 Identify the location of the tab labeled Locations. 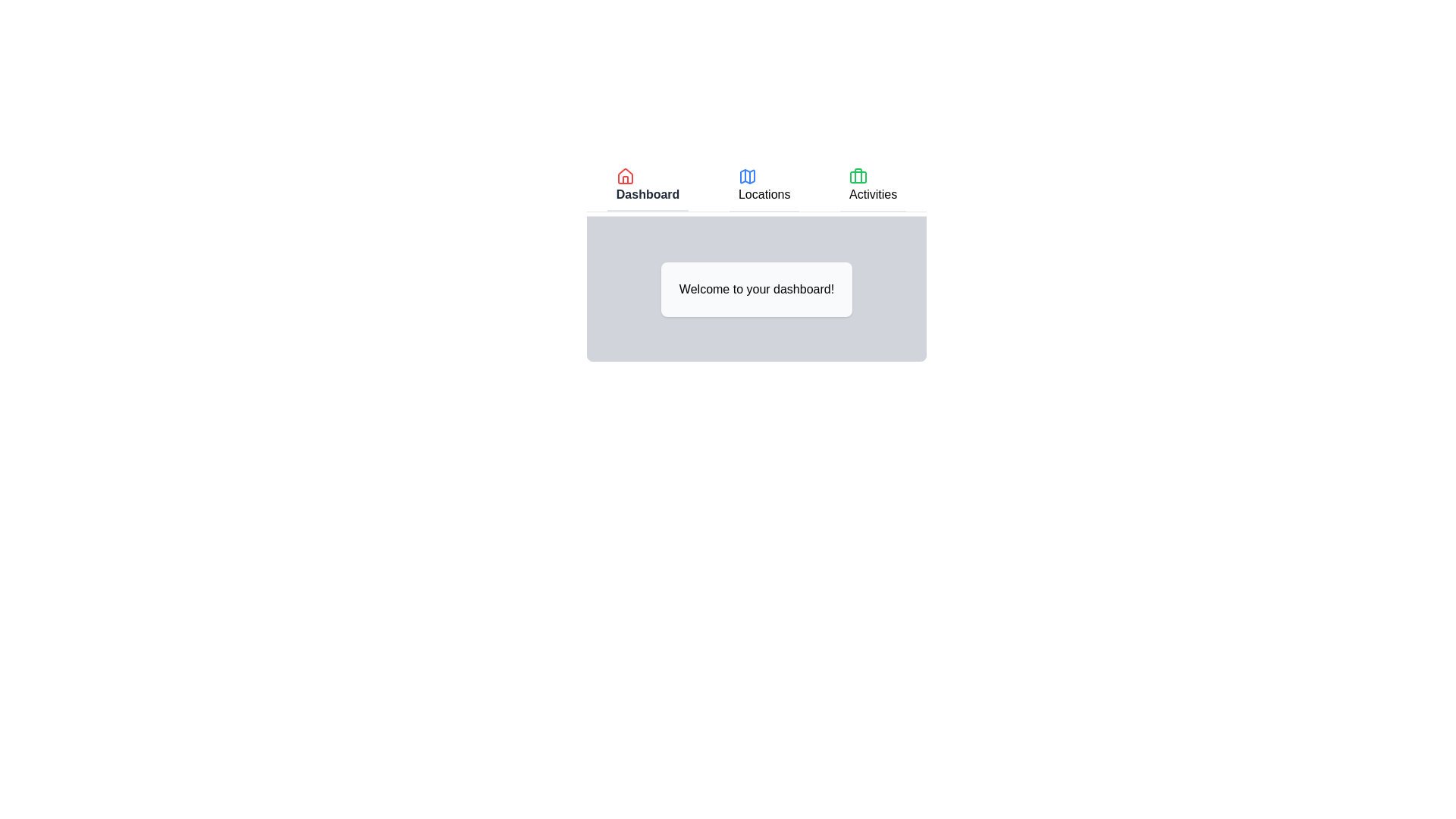
(764, 186).